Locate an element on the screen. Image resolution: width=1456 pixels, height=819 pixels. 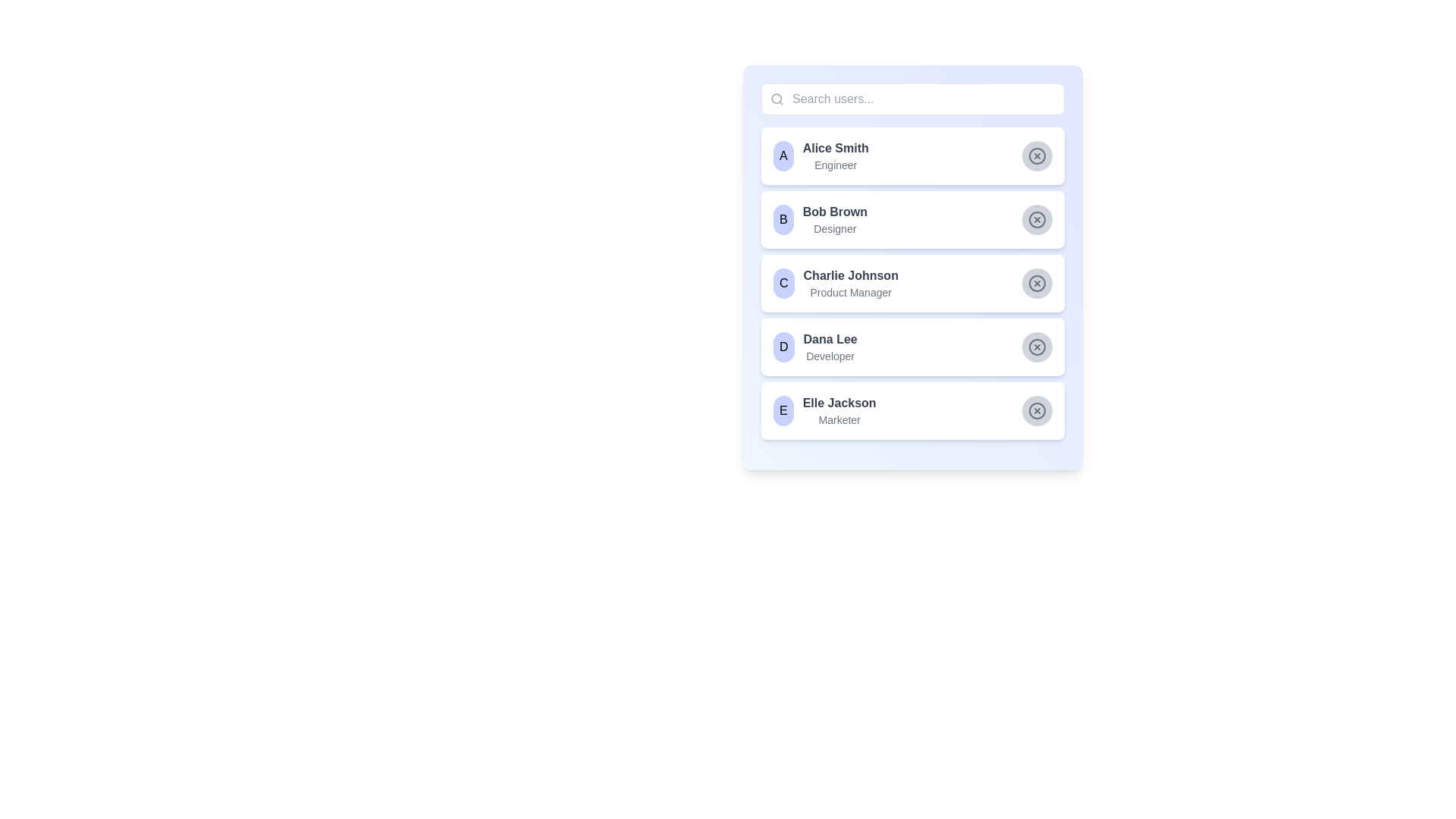
the circular gray button with an 'x' icon located at the far-right corner of the card displaying 'Dana Lee, Developer' to possibly see a tooltip is located at coordinates (1037, 347).